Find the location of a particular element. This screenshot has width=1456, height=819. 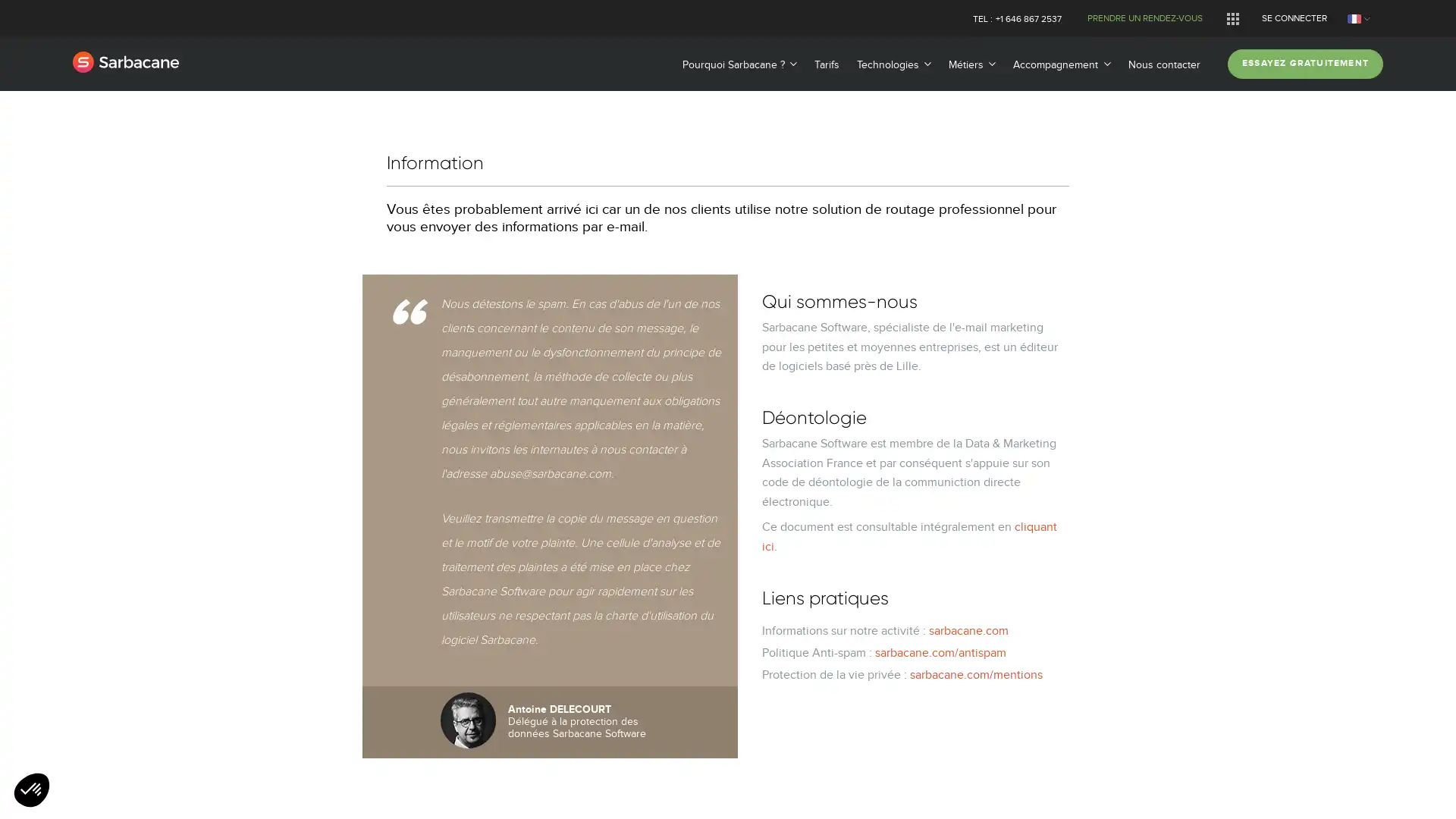

Non merci is located at coordinates (607, 513).